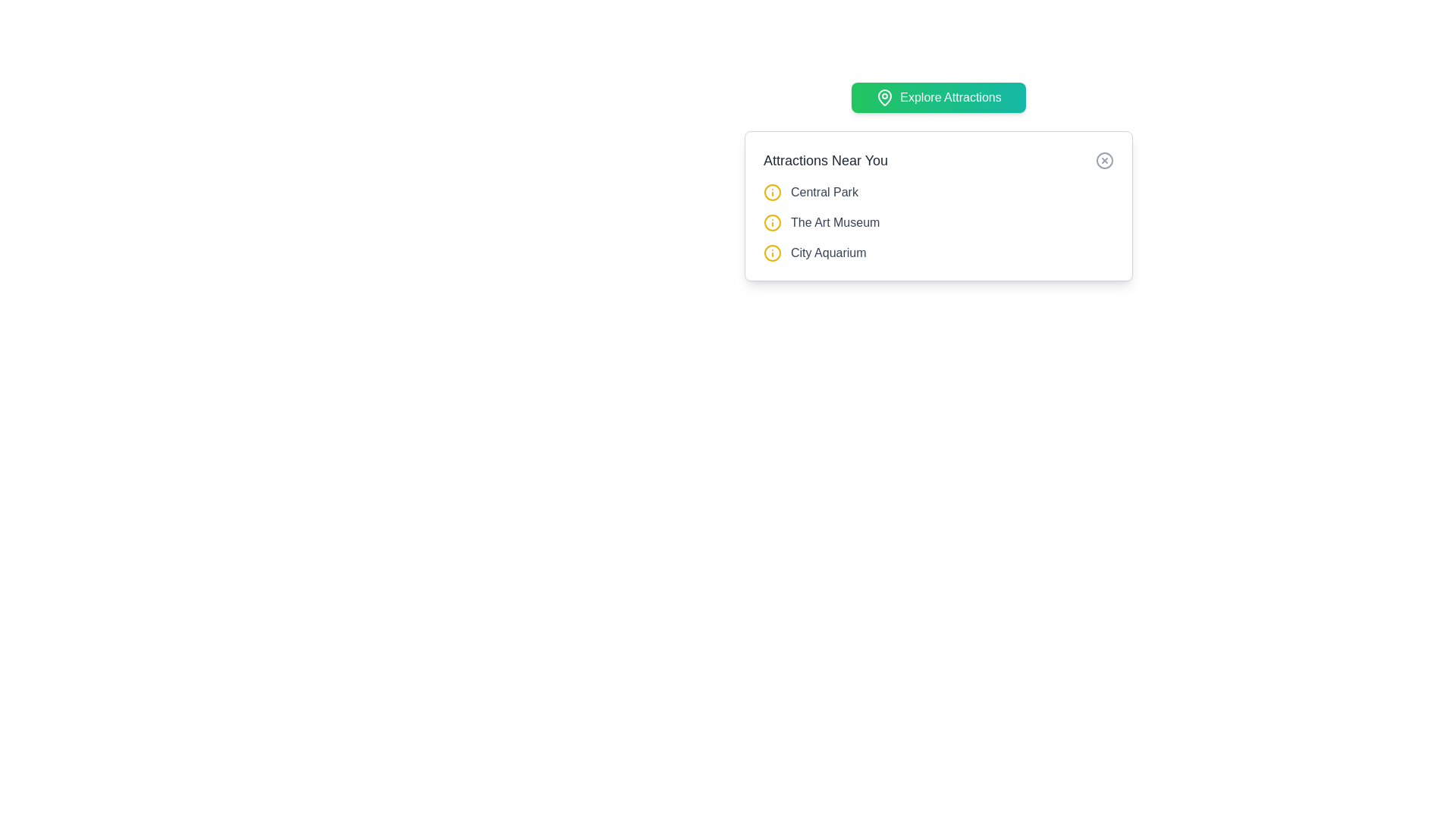 The image size is (1456, 819). What do you see at coordinates (1105, 161) in the screenshot?
I see `the circular icon button located in the top-right corner of the 'Attractions Near You' section on the white information card` at bounding box center [1105, 161].